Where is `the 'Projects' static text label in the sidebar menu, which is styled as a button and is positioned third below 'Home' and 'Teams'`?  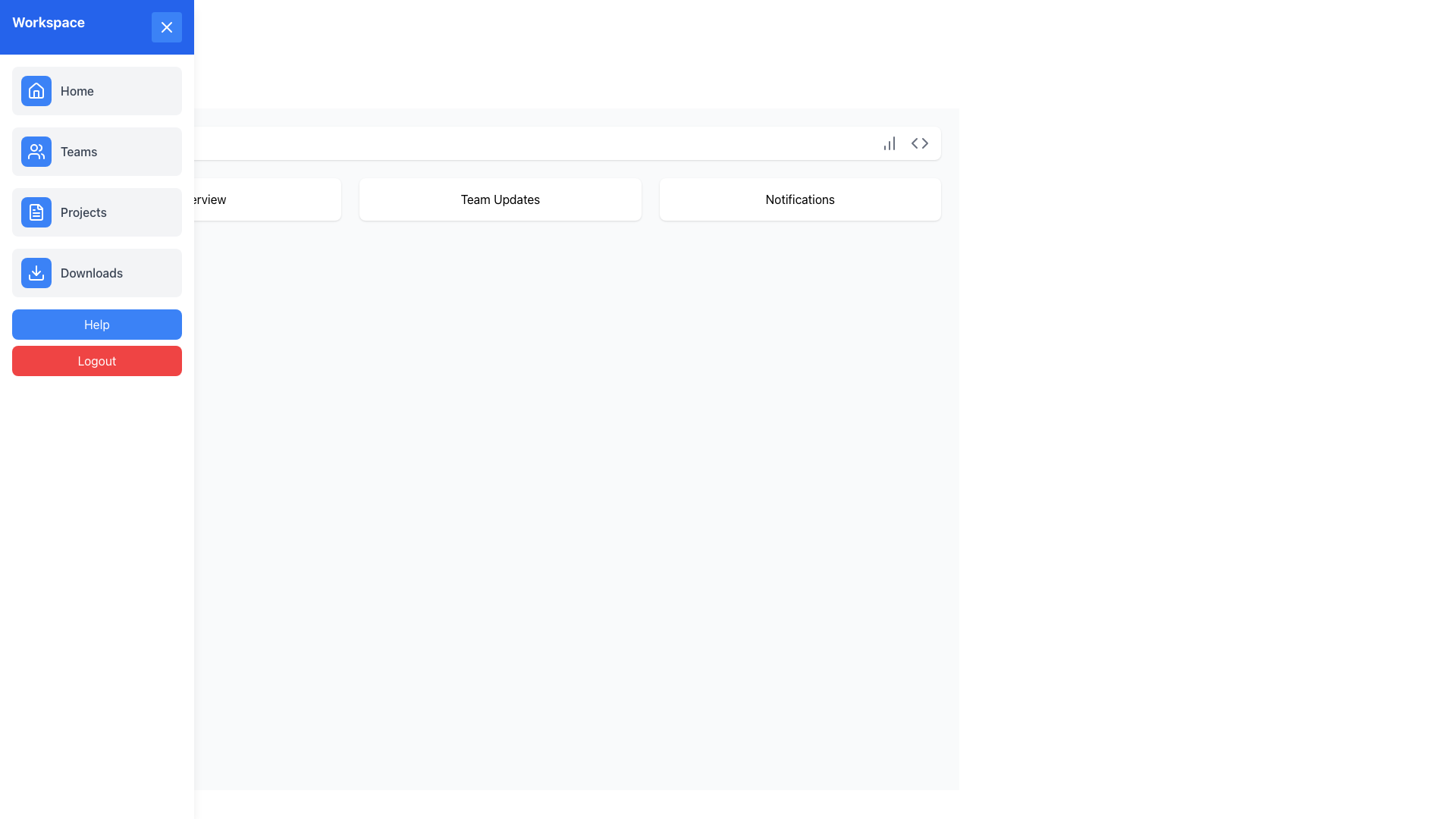
the 'Projects' static text label in the sidebar menu, which is styled as a button and is positioned third below 'Home' and 'Teams' is located at coordinates (83, 212).